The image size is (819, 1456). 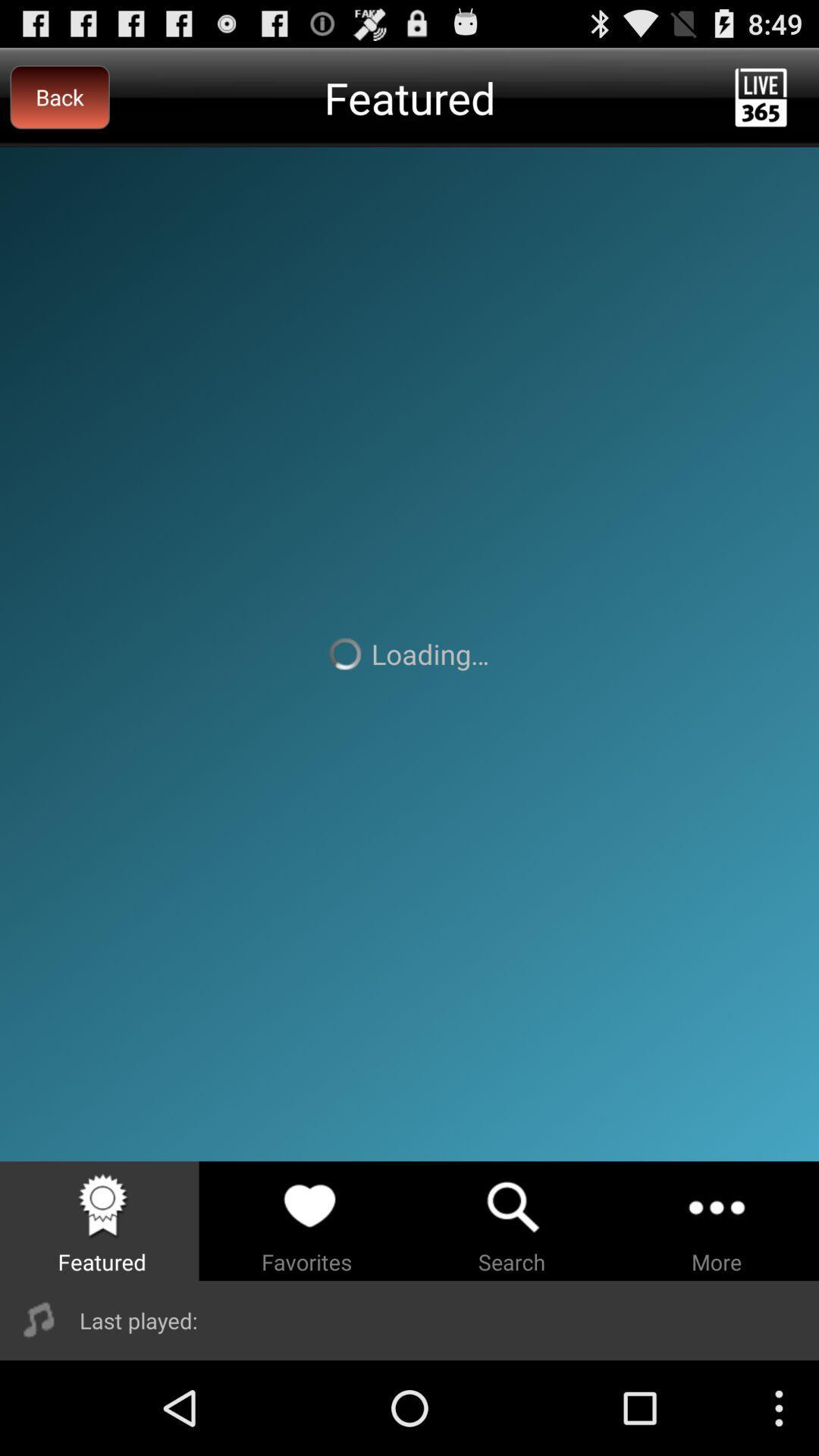 I want to click on the item next to featured item, so click(x=59, y=96).